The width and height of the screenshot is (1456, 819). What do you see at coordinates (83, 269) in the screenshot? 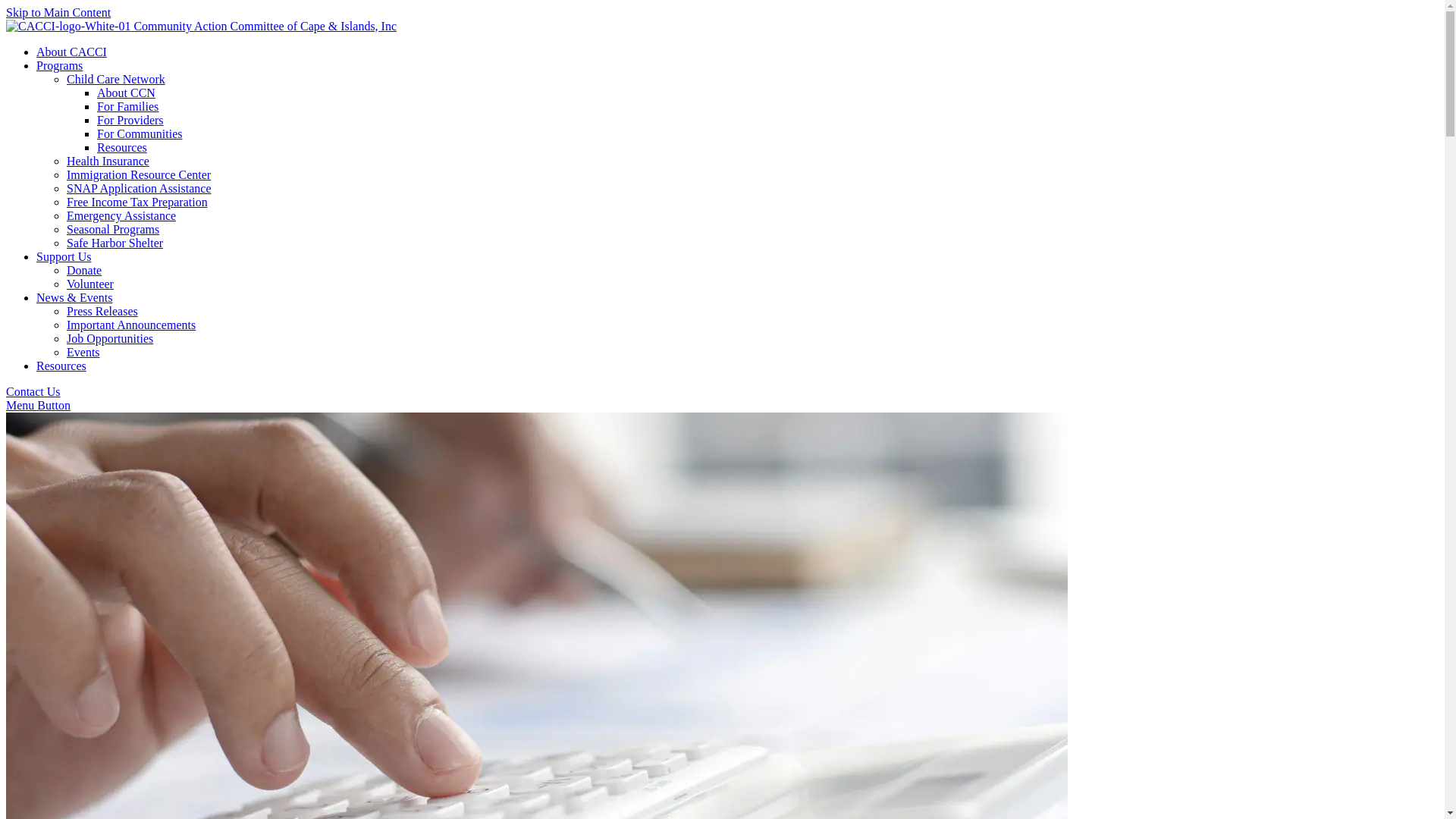
I see `'Donate'` at bounding box center [83, 269].